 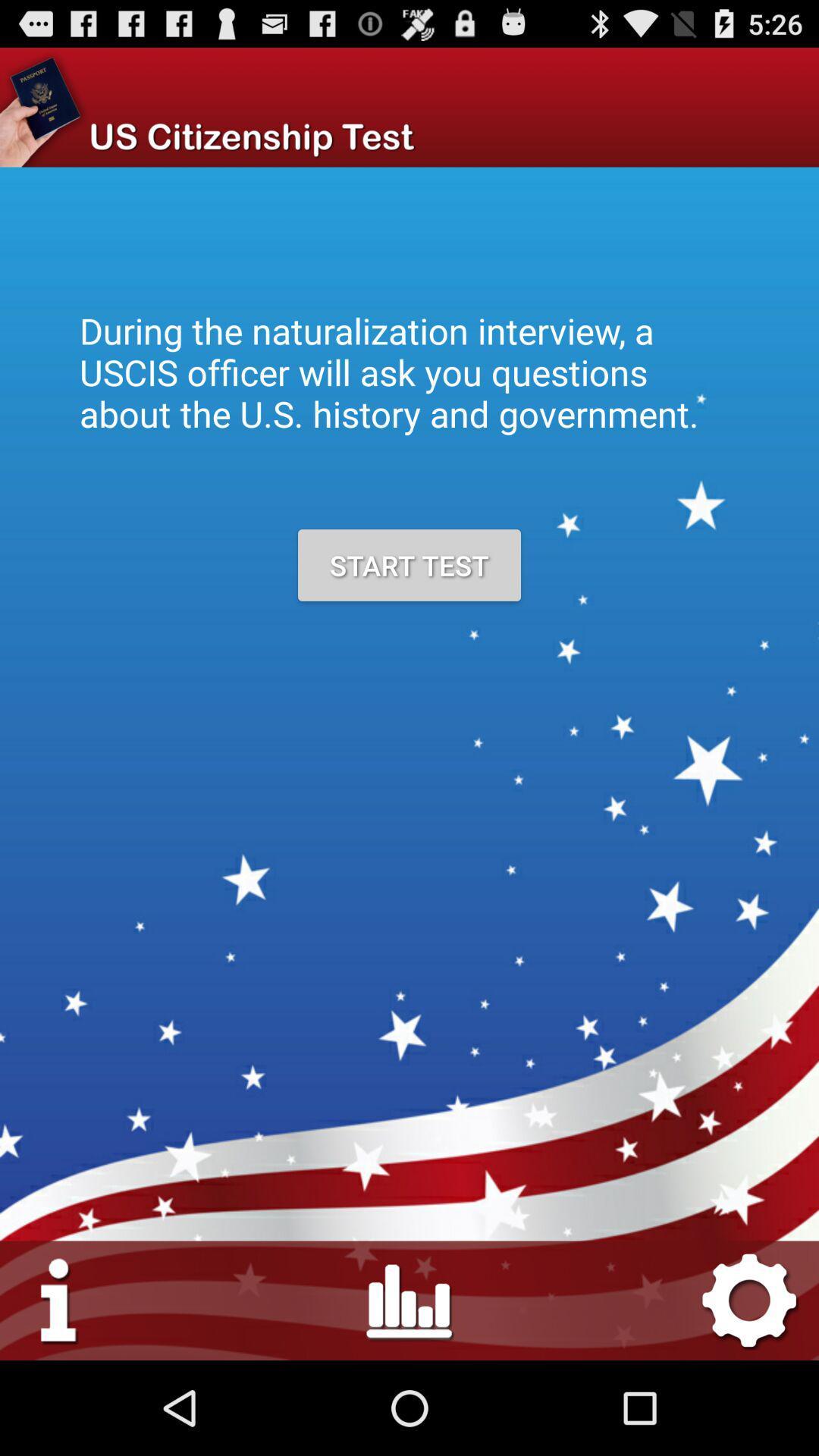 What do you see at coordinates (59, 1299) in the screenshot?
I see `settings` at bounding box center [59, 1299].